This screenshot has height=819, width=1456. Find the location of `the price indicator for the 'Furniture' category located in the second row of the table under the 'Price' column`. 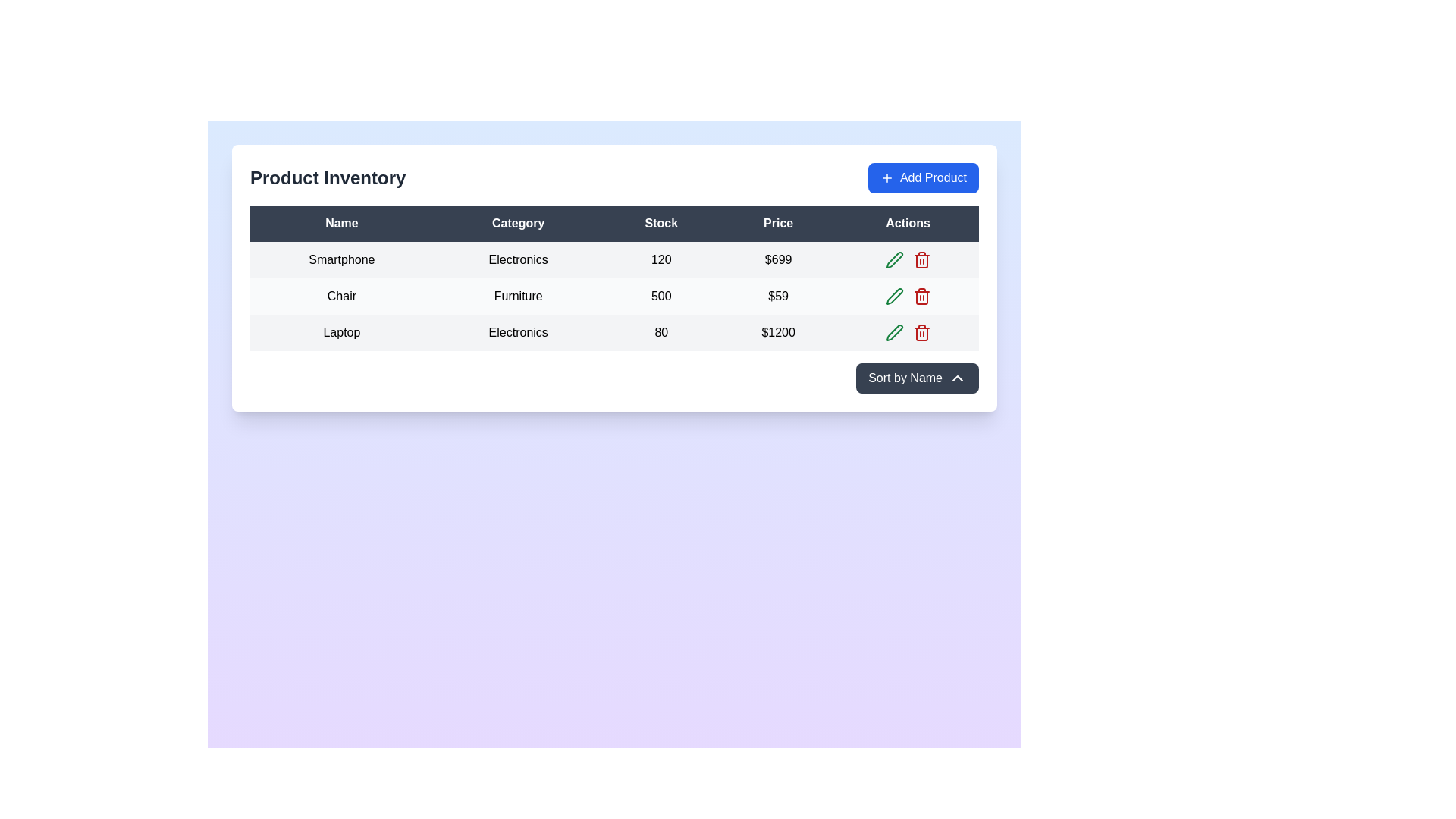

the price indicator for the 'Furniture' category located in the second row of the table under the 'Price' column is located at coordinates (778, 296).